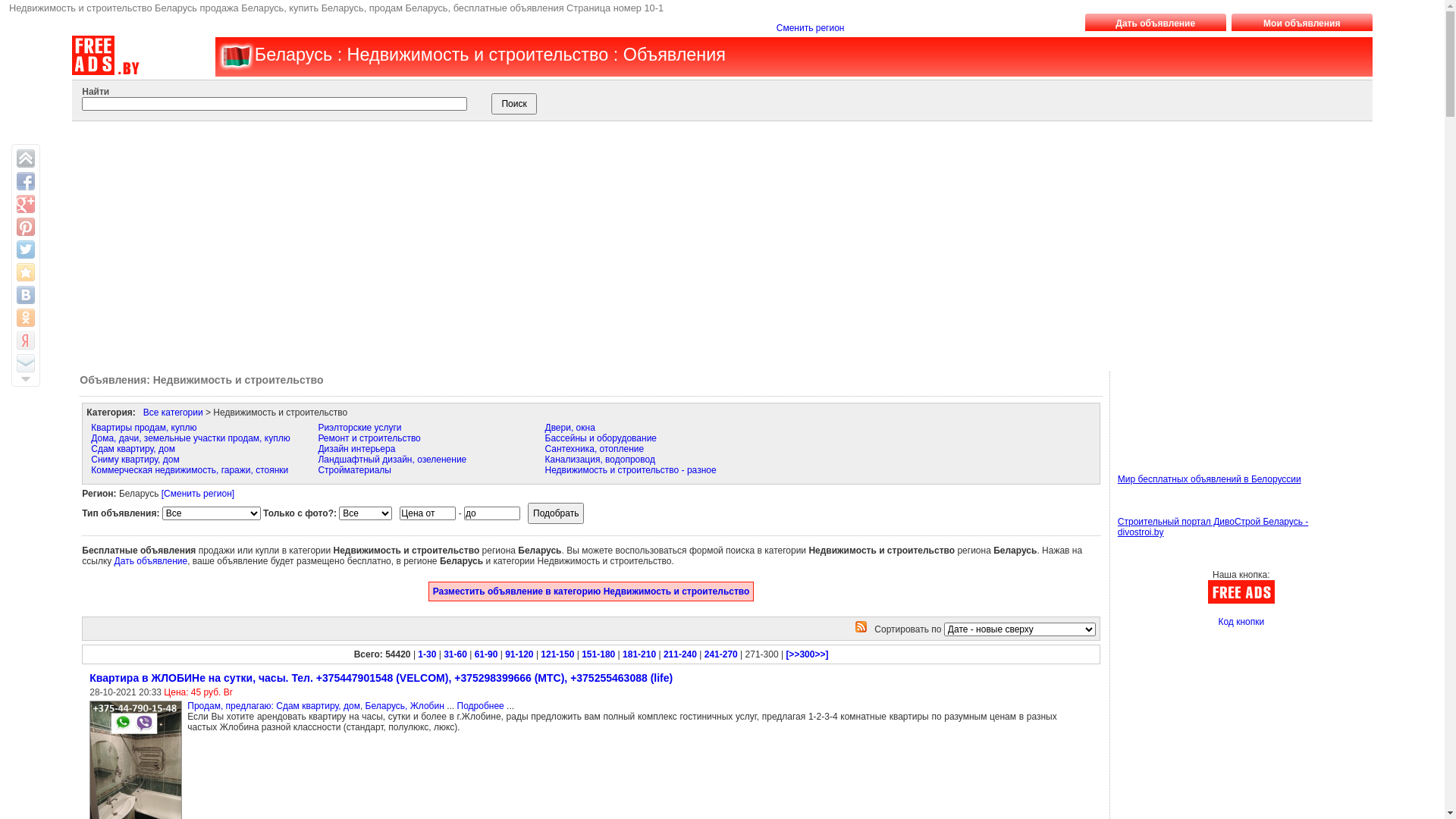 This screenshot has height=819, width=1456. Describe the element at coordinates (25, 317) in the screenshot. I see `'Share to Odnoklassniki.ru'` at that location.